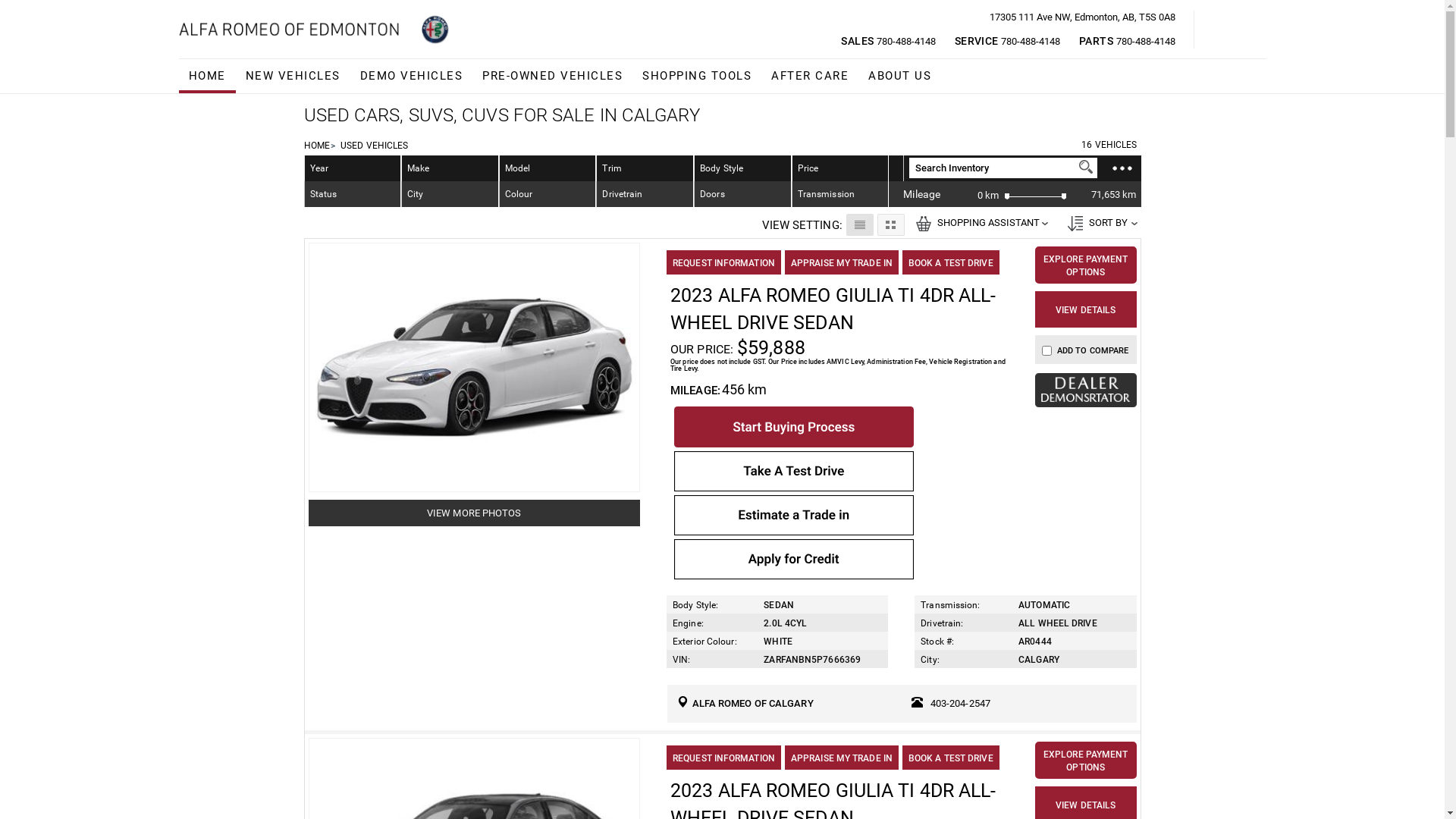 The height and width of the screenshot is (819, 1456). What do you see at coordinates (1084, 166) in the screenshot?
I see `'Search'` at bounding box center [1084, 166].